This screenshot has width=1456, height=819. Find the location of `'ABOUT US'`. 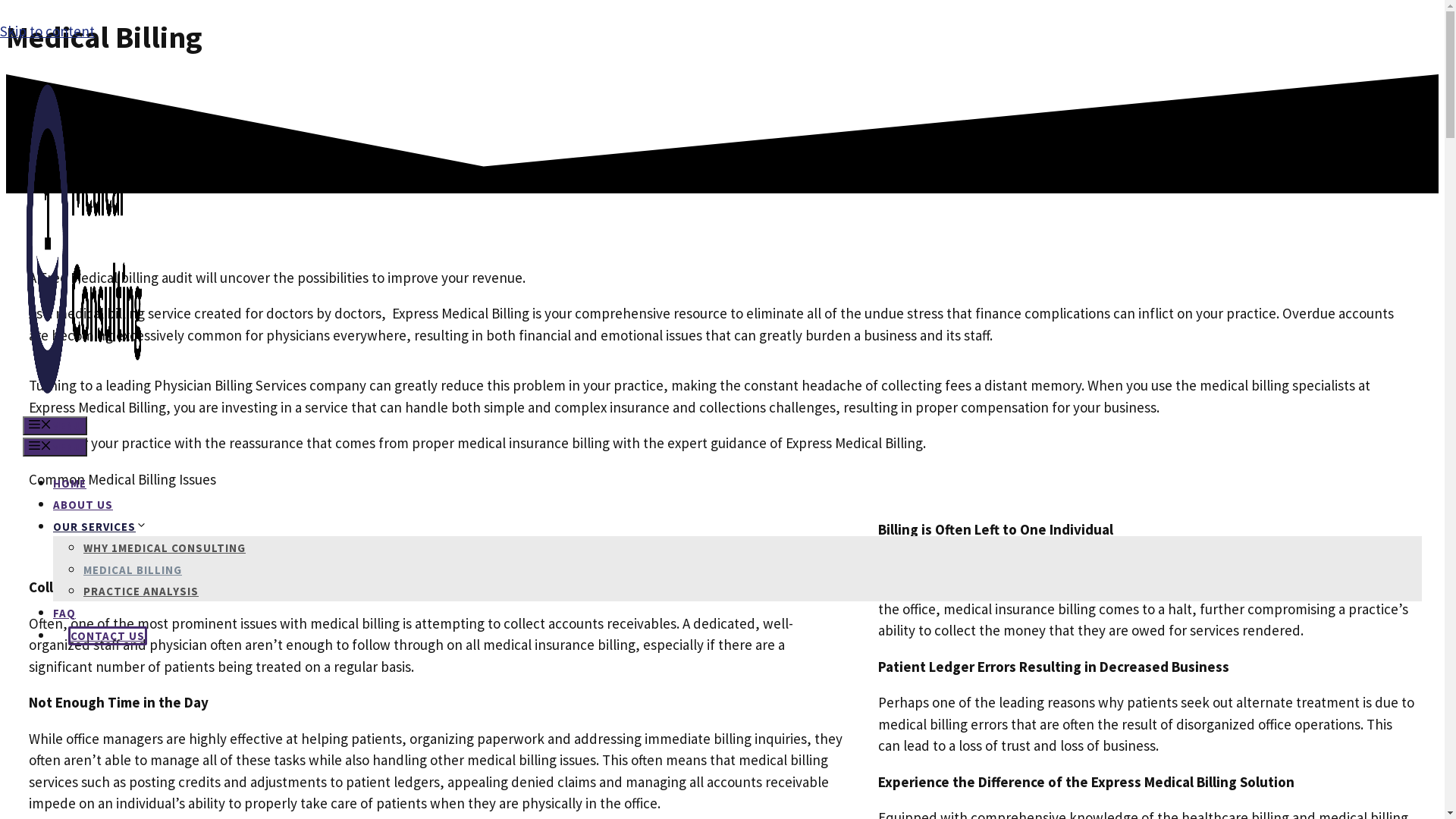

'ABOUT US' is located at coordinates (82, 504).